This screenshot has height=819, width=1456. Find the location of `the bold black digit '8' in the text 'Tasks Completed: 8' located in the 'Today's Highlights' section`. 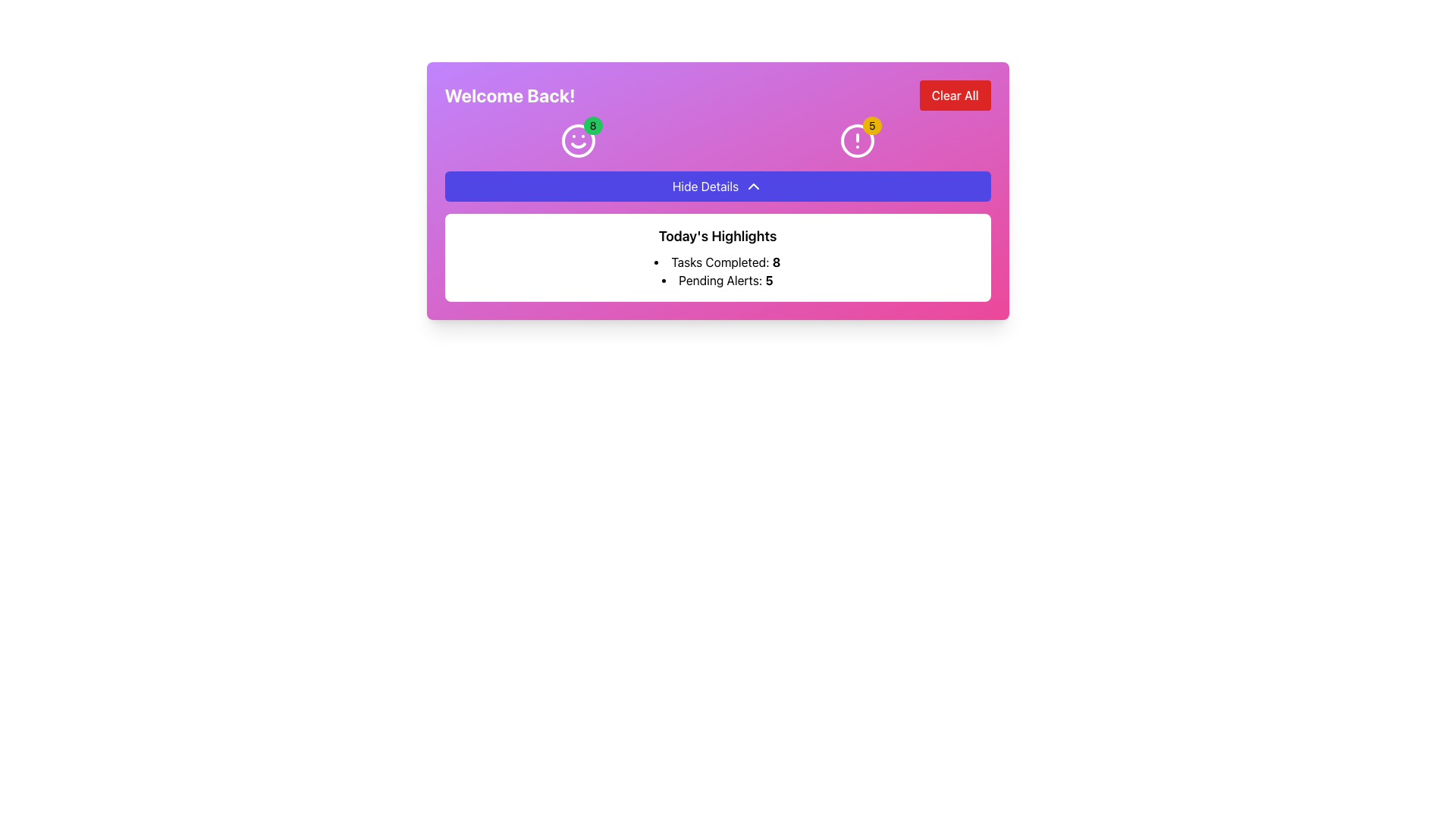

the bold black digit '8' in the text 'Tasks Completed: 8' located in the 'Today's Highlights' section is located at coordinates (777, 262).